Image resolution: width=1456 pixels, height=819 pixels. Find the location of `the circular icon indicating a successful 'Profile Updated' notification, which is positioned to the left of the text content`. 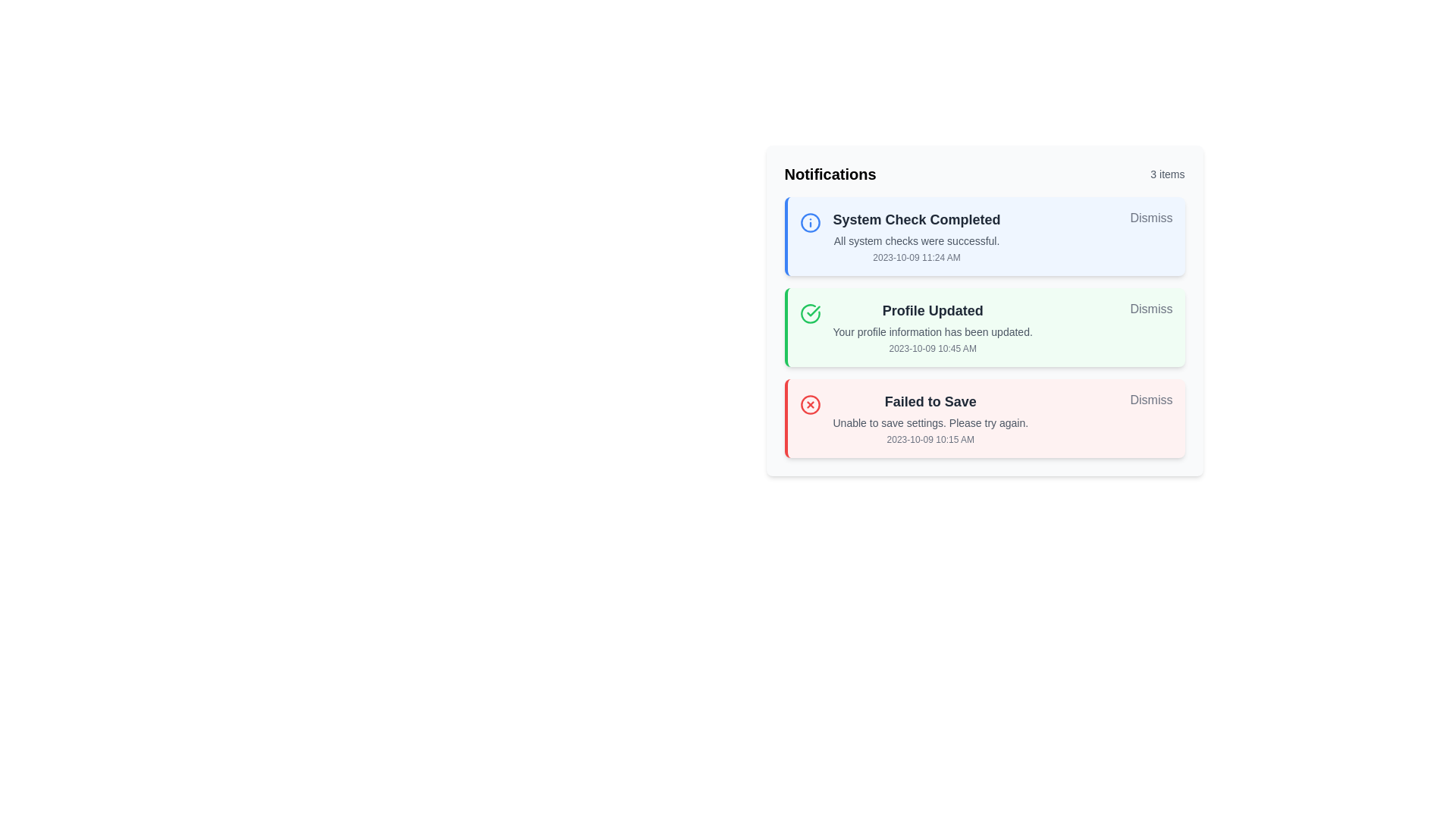

the circular icon indicating a successful 'Profile Updated' notification, which is positioned to the left of the text content is located at coordinates (812, 310).